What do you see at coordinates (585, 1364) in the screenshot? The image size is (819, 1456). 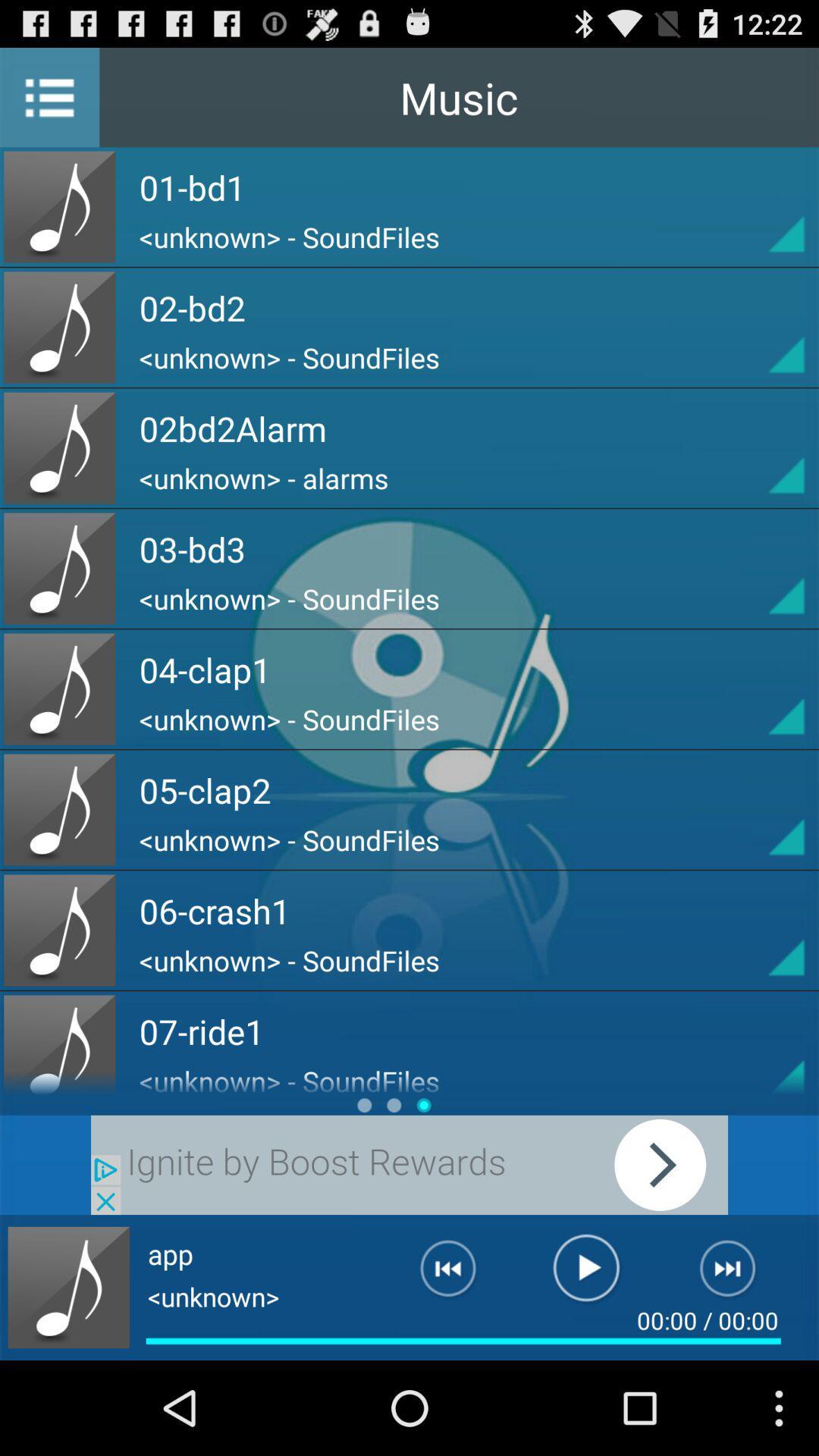 I see `the play icon` at bounding box center [585, 1364].